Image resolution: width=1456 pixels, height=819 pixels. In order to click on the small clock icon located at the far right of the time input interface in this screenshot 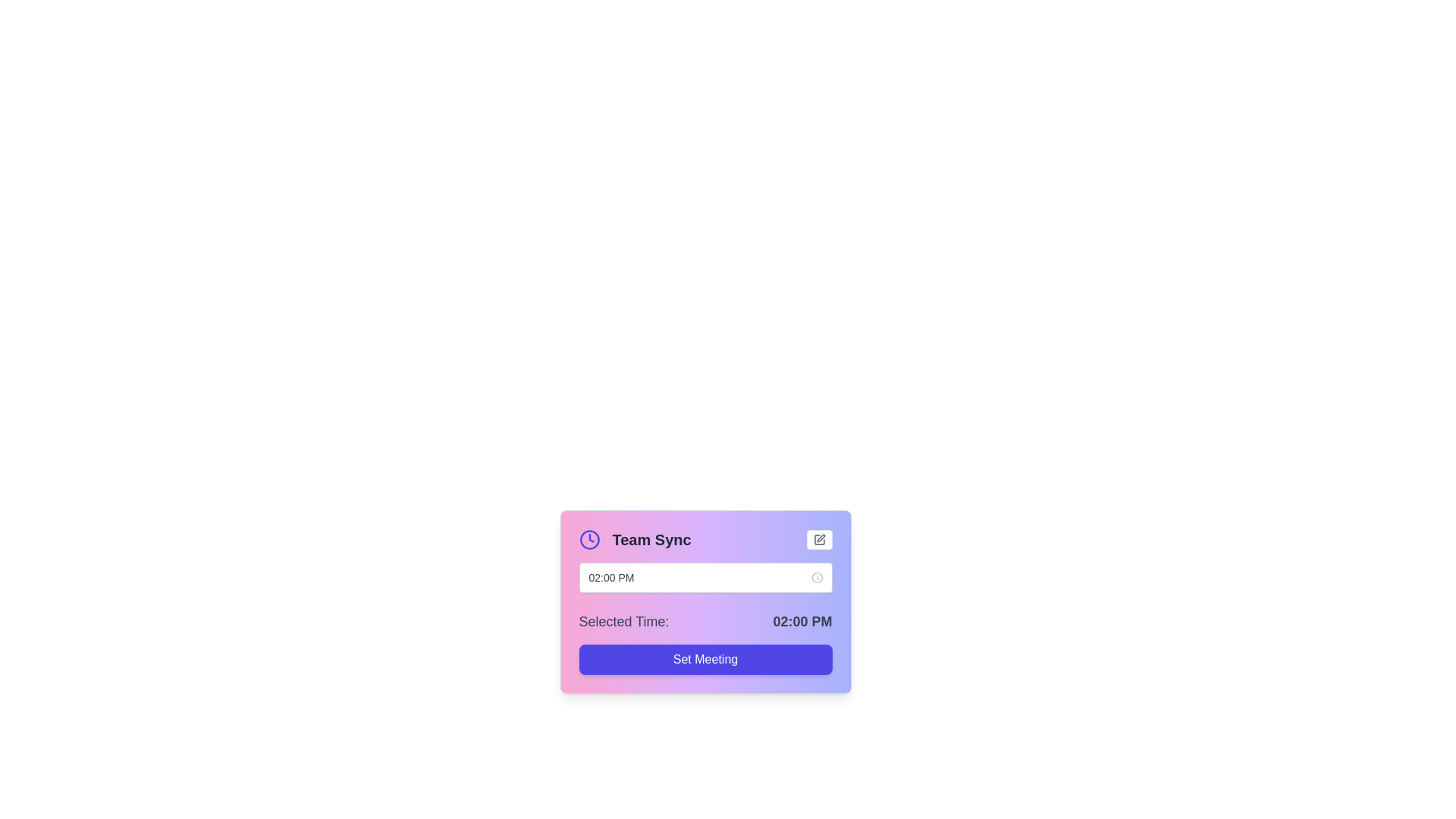, I will do `click(816, 578)`.